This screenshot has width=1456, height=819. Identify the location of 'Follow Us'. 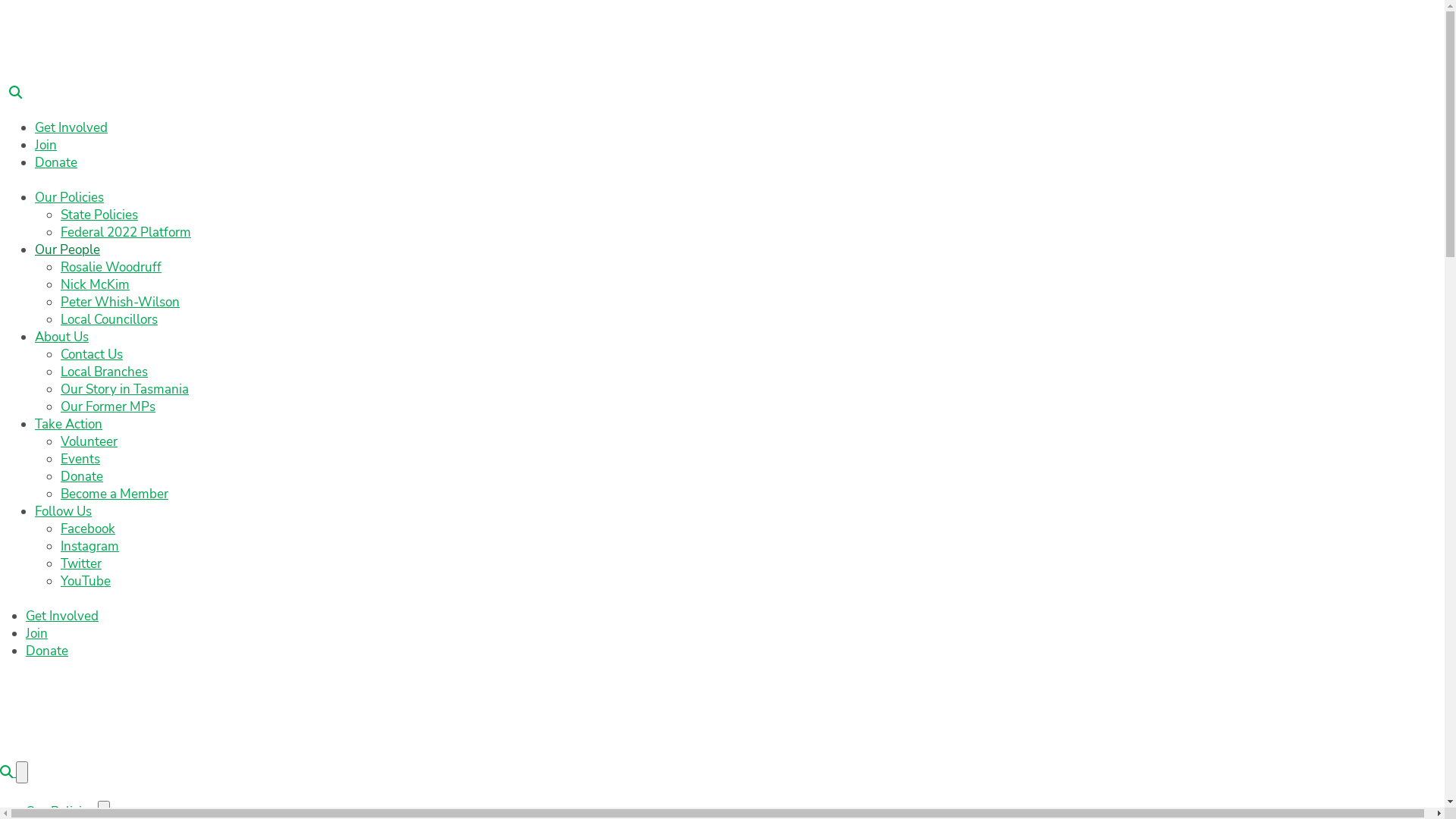
(35, 511).